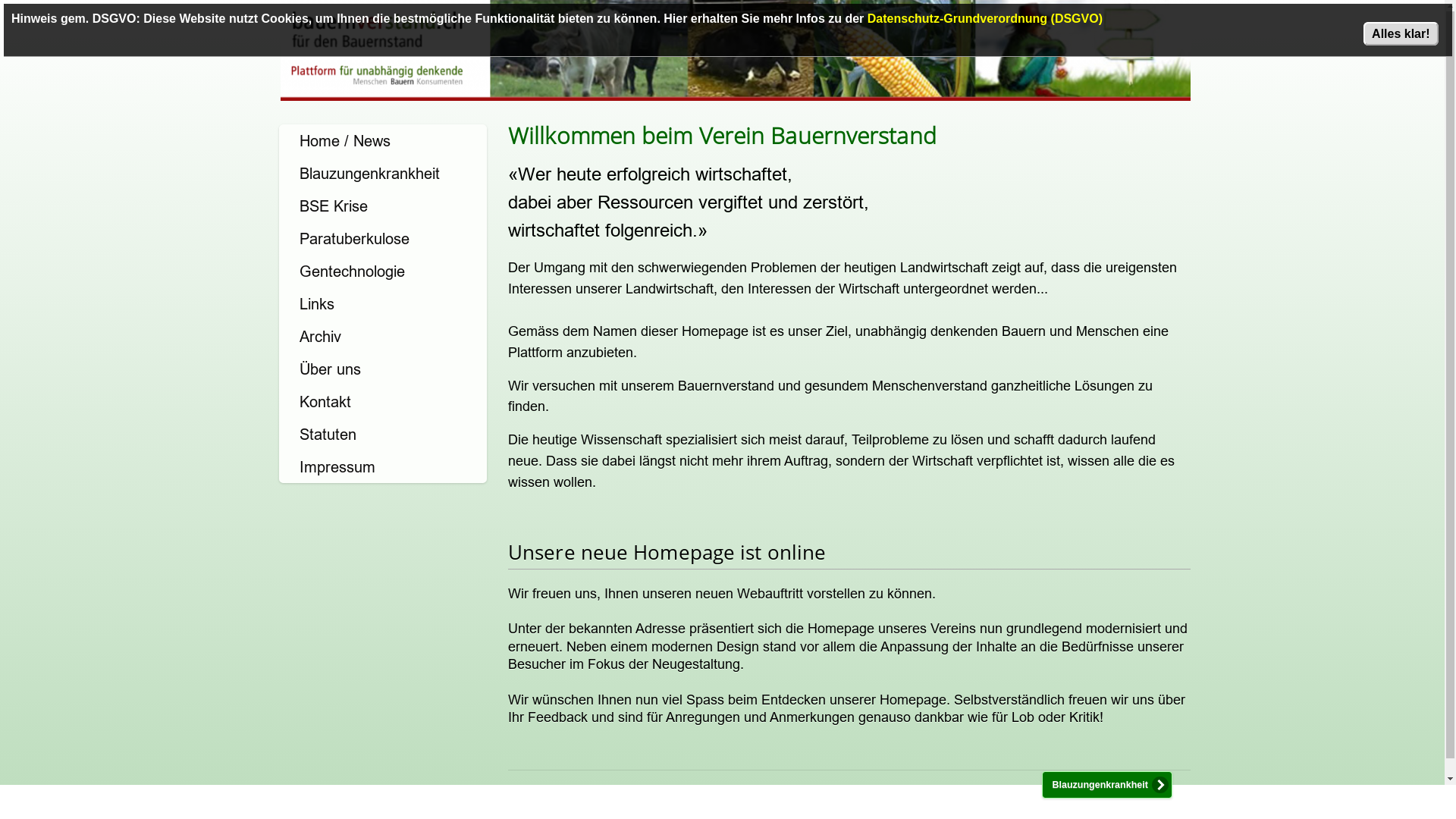 The height and width of the screenshot is (819, 1456). What do you see at coordinates (382, 335) in the screenshot?
I see `'Archiv'` at bounding box center [382, 335].